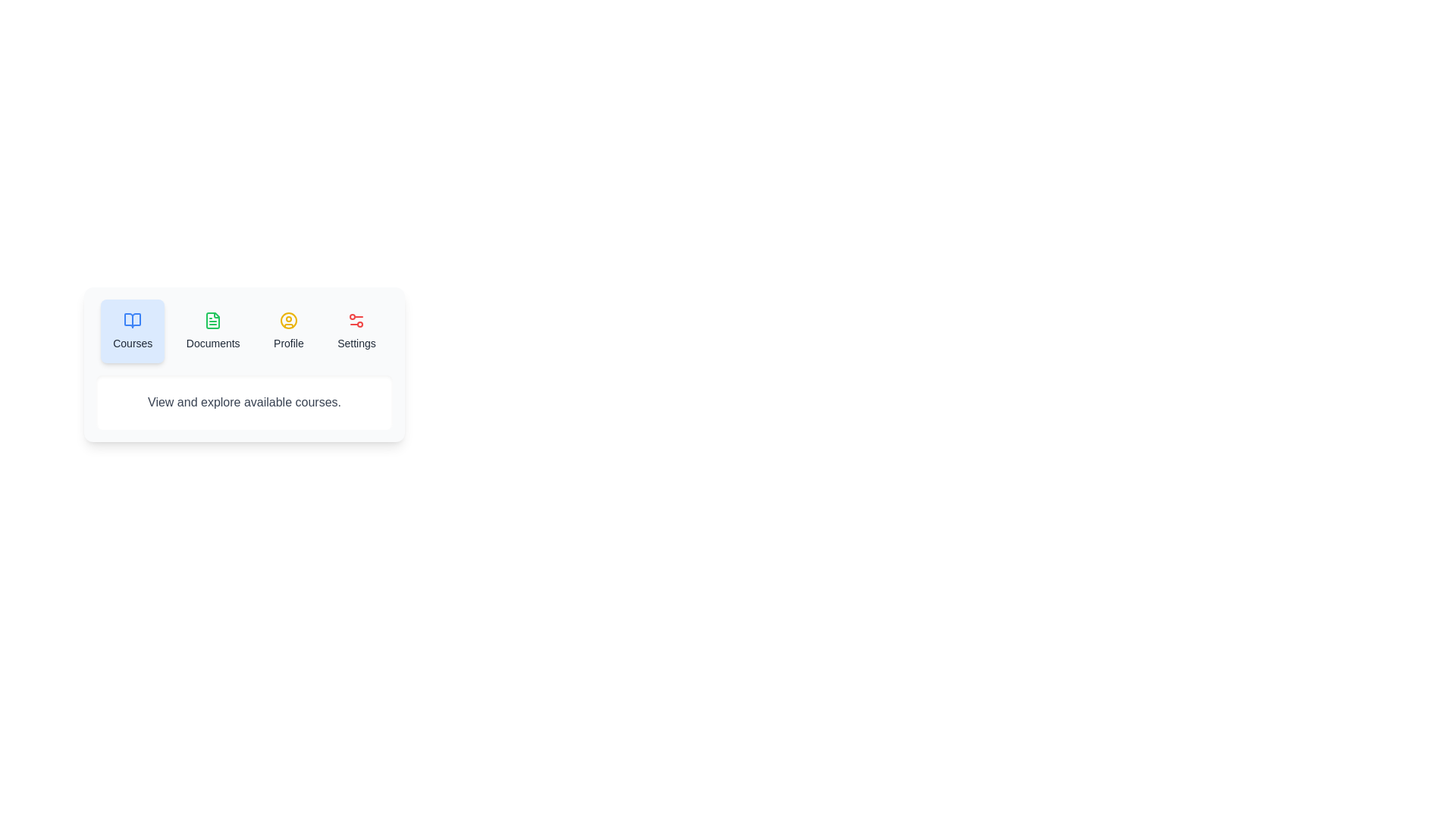 Image resolution: width=1456 pixels, height=819 pixels. What do you see at coordinates (288, 330) in the screenshot?
I see `the tab labeled Profile to display its content` at bounding box center [288, 330].